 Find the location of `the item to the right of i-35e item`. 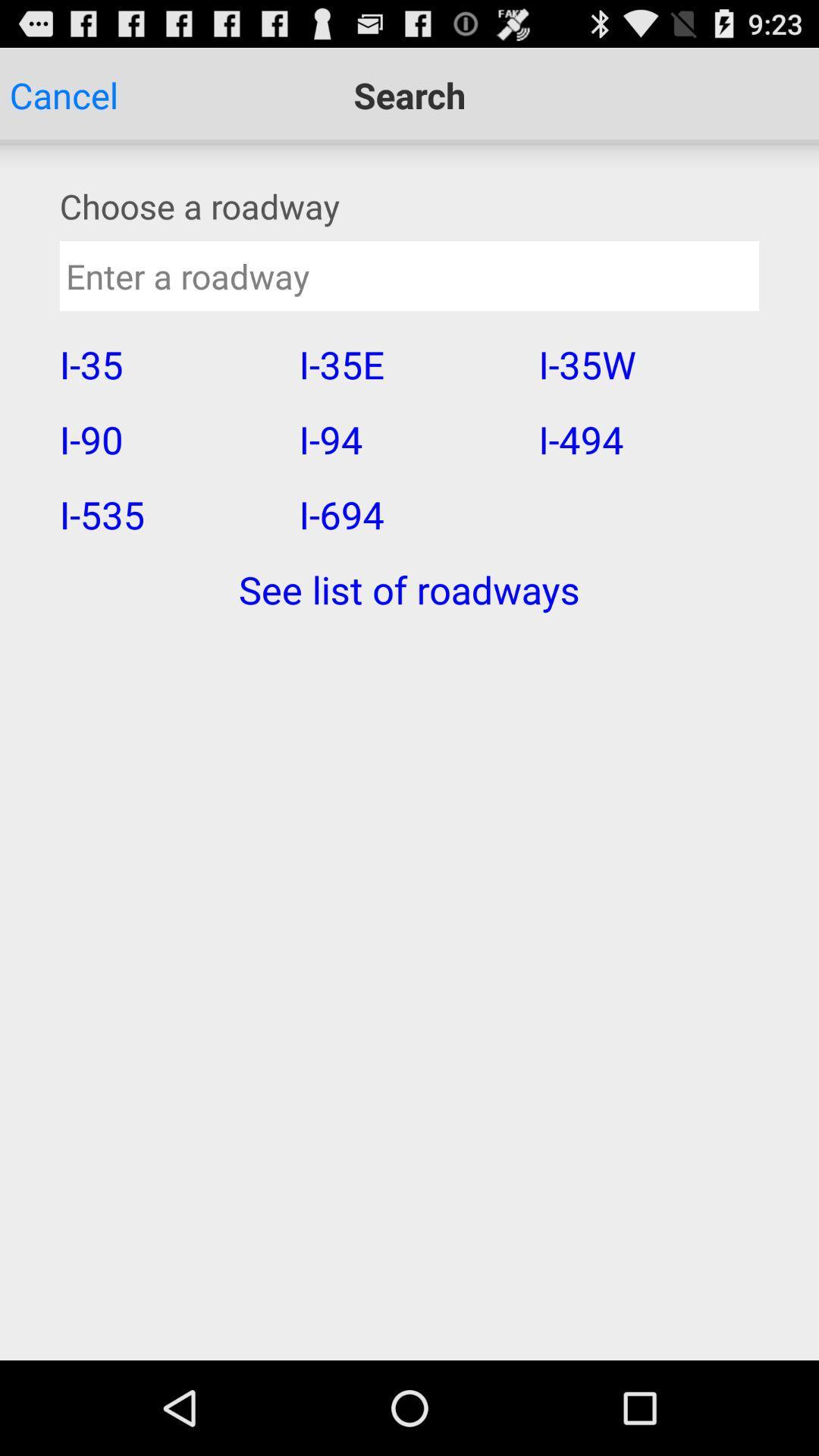

the item to the right of i-35e item is located at coordinates (648, 438).